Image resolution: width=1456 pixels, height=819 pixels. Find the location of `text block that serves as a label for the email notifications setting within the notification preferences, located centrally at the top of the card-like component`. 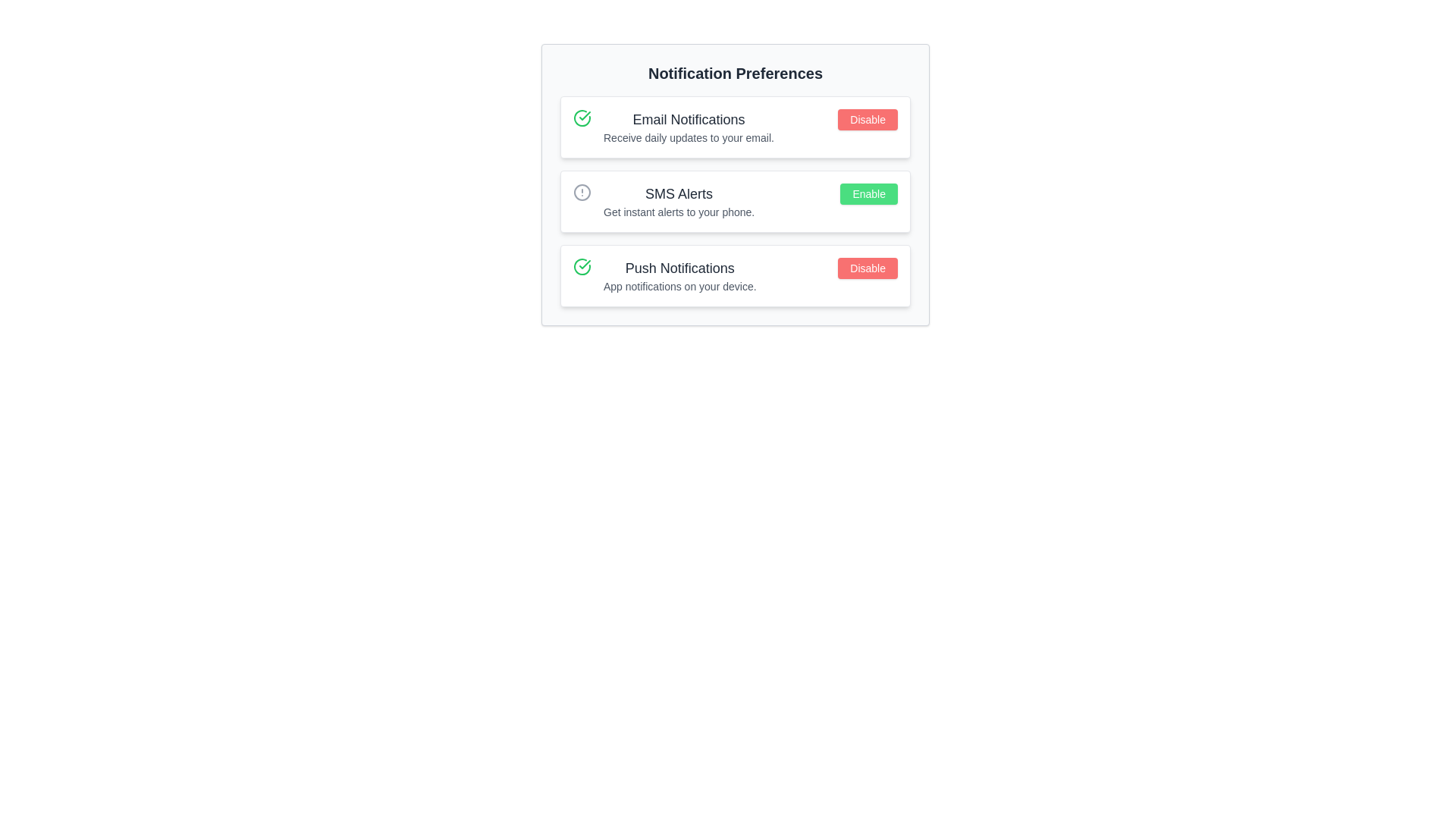

text block that serves as a label for the email notifications setting within the notification preferences, located centrally at the top of the card-like component is located at coordinates (688, 127).